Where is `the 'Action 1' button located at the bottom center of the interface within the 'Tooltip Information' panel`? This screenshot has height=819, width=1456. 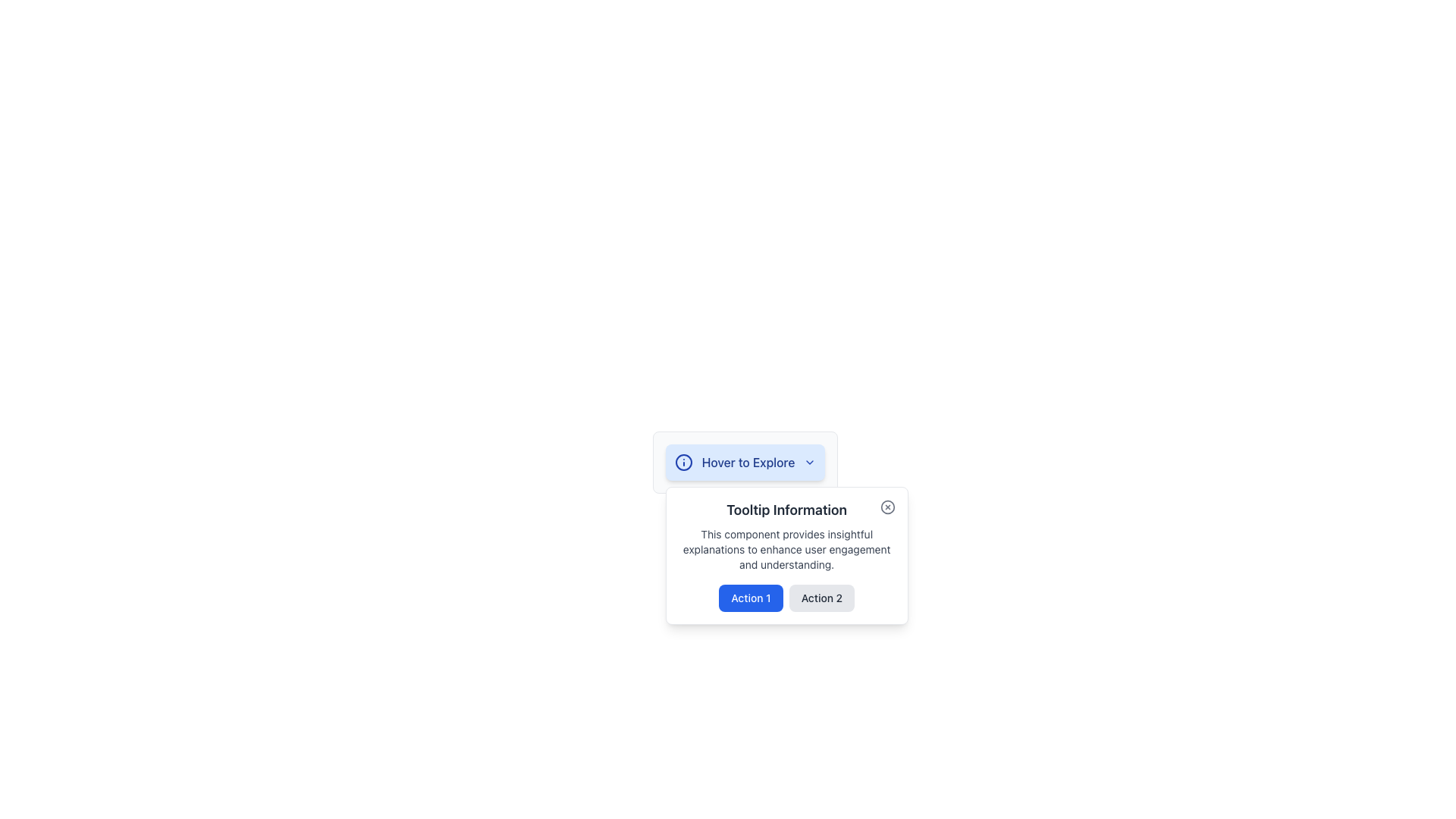 the 'Action 1' button located at the bottom center of the interface within the 'Tooltip Information' panel is located at coordinates (751, 598).